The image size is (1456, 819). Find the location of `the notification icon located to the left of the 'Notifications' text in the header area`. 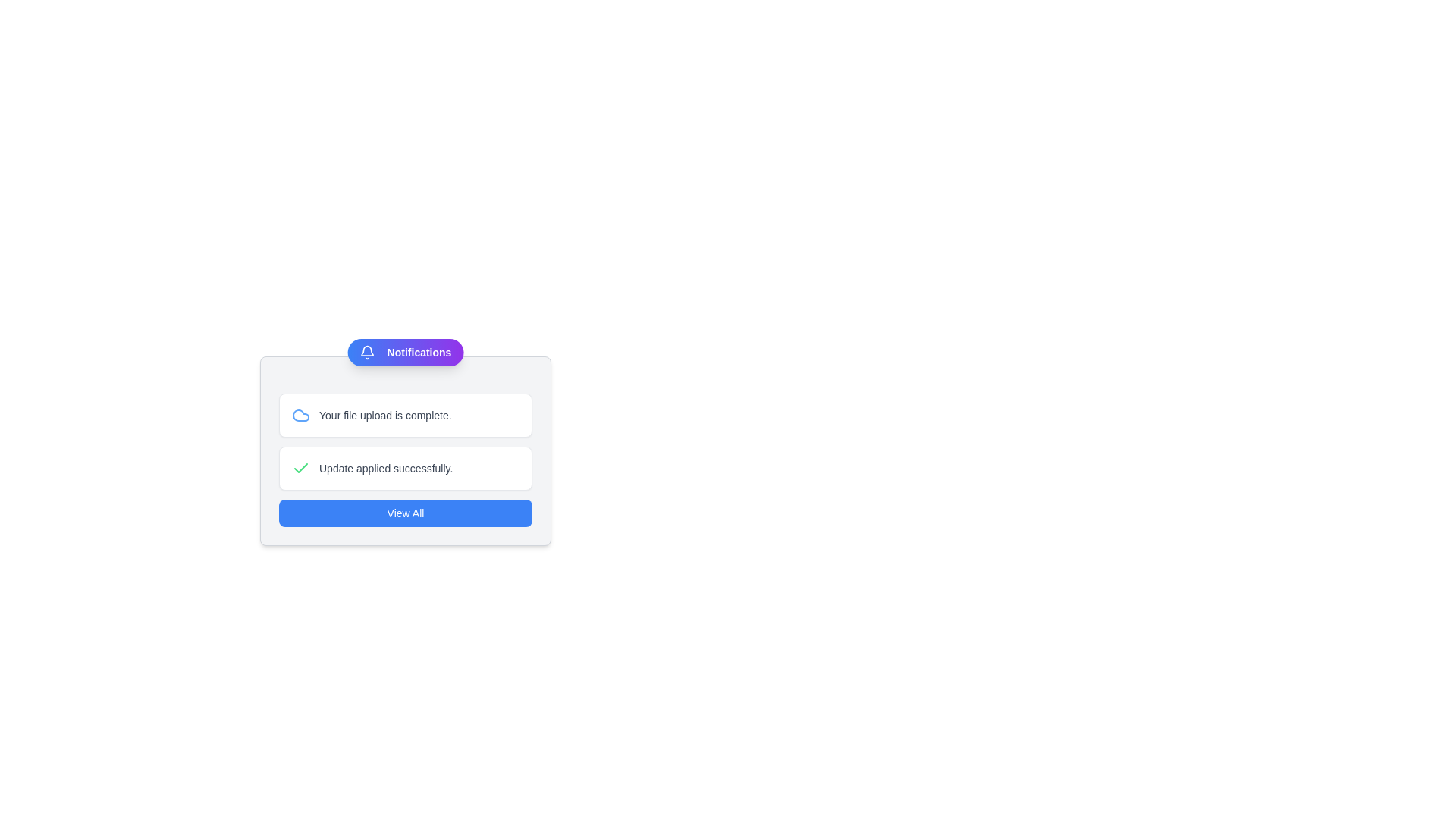

the notification icon located to the left of the 'Notifications' text in the header area is located at coordinates (367, 353).